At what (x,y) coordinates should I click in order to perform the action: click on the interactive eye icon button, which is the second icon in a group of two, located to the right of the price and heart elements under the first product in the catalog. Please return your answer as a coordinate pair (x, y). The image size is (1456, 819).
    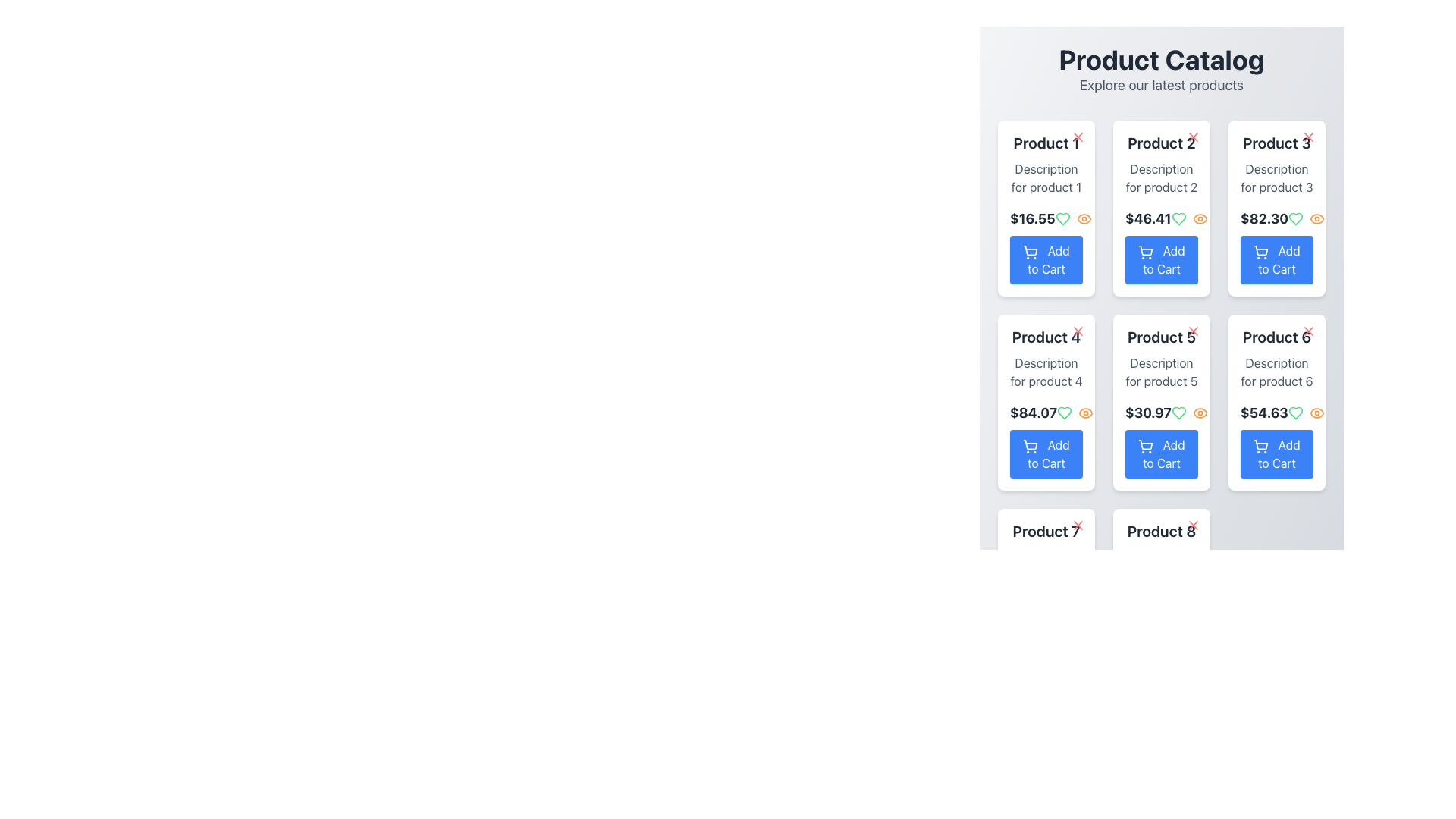
    Looking at the image, I should click on (1083, 219).